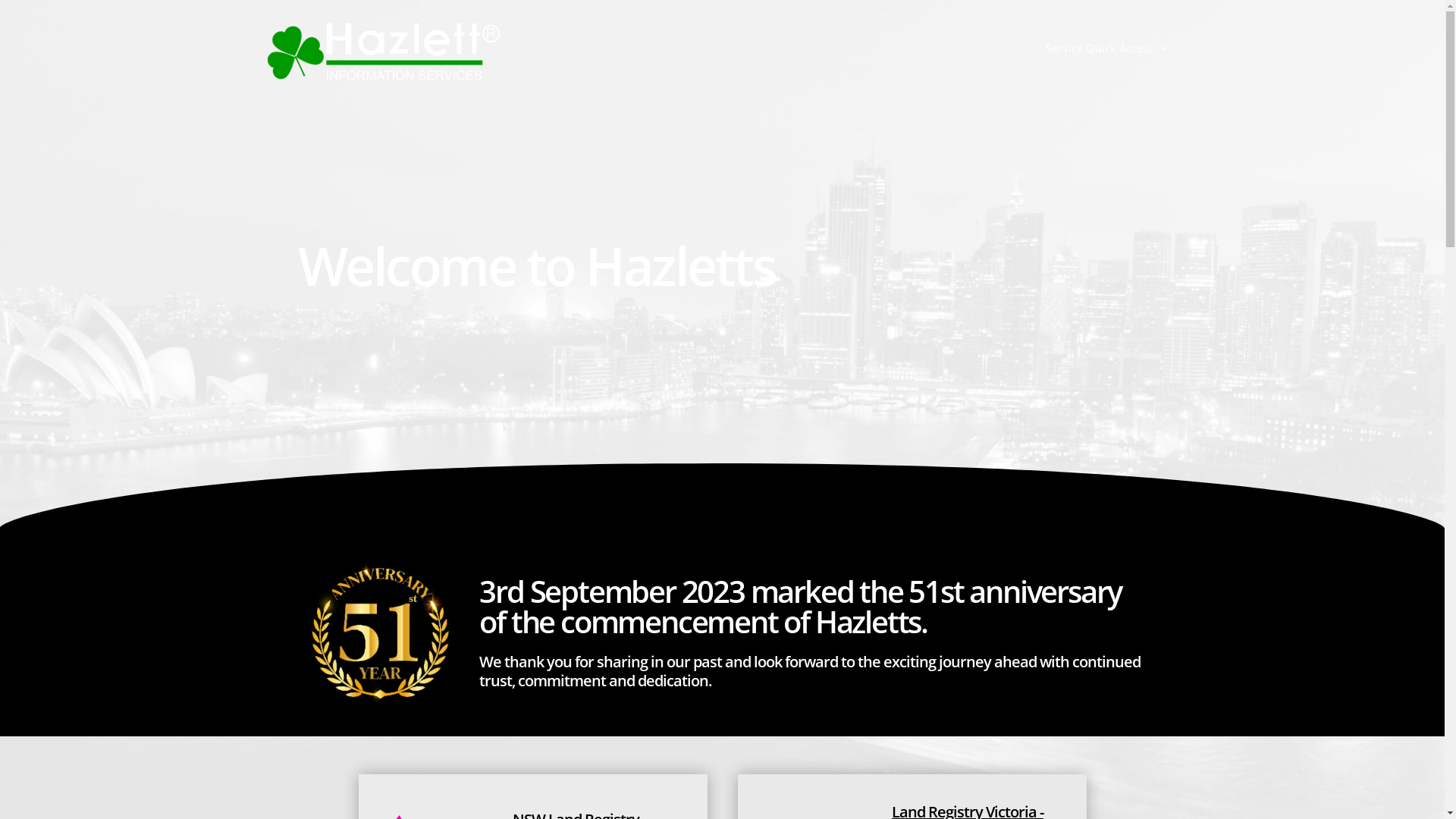 This screenshot has height=819, width=1456. Describe the element at coordinates (1035, 46) in the screenshot. I see `'Service Quick Access'` at that location.